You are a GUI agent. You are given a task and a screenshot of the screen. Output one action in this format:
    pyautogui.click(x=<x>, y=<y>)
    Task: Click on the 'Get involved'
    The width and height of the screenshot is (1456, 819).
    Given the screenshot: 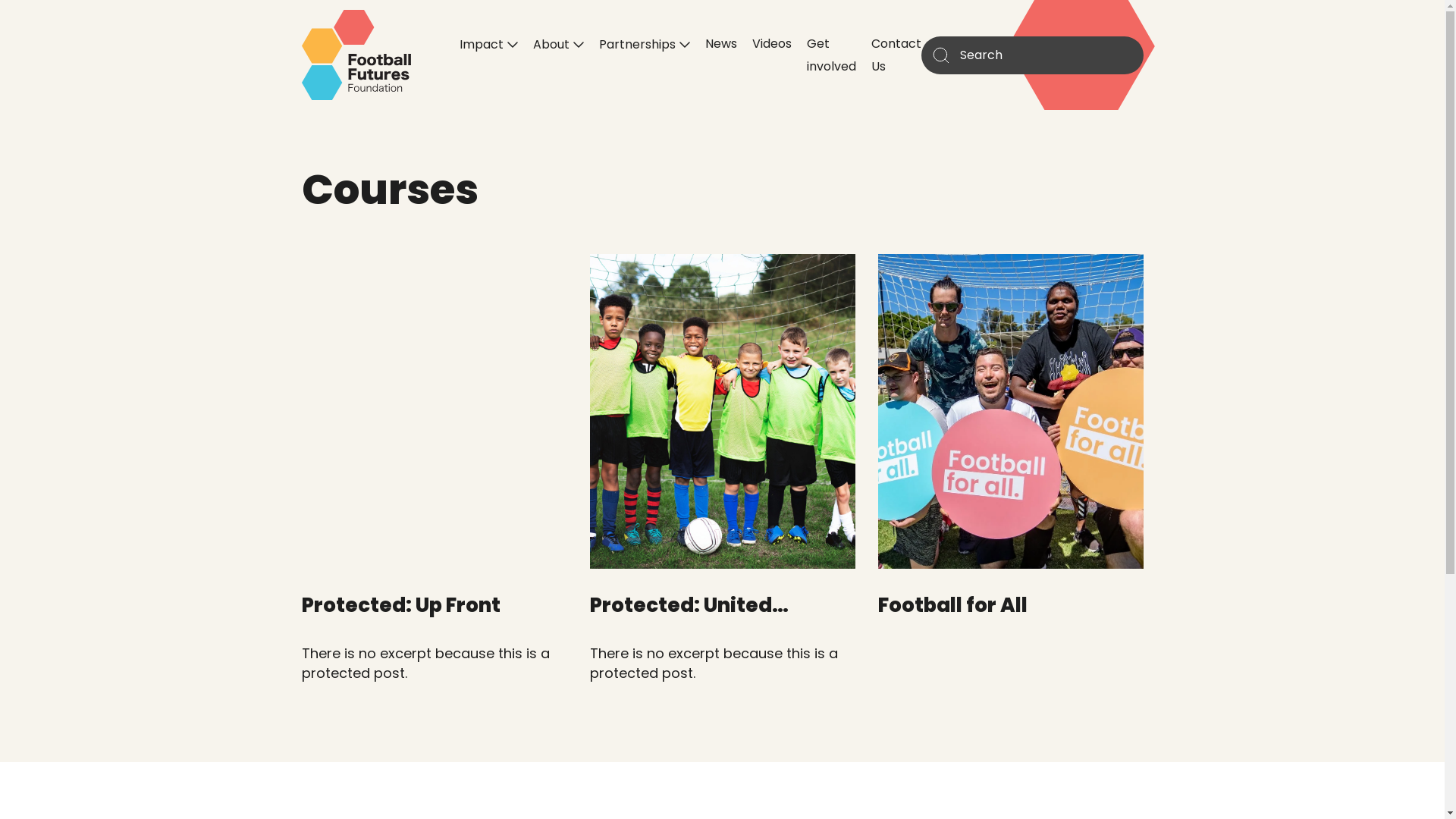 What is the action you would take?
    pyautogui.click(x=806, y=54)
    